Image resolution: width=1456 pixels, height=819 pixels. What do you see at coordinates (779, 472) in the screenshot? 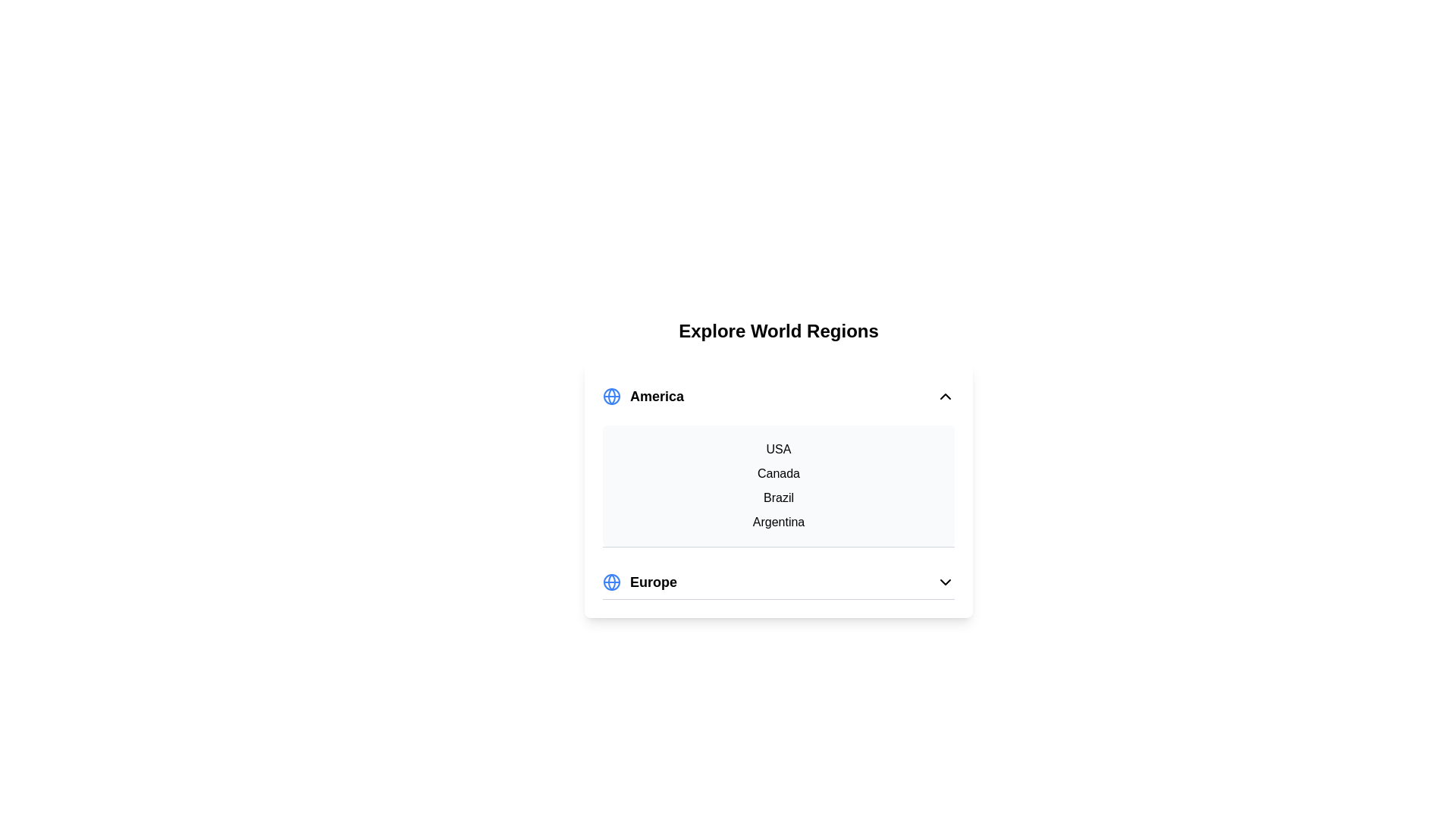
I see `the country Canada from the list under the expanded region` at bounding box center [779, 472].